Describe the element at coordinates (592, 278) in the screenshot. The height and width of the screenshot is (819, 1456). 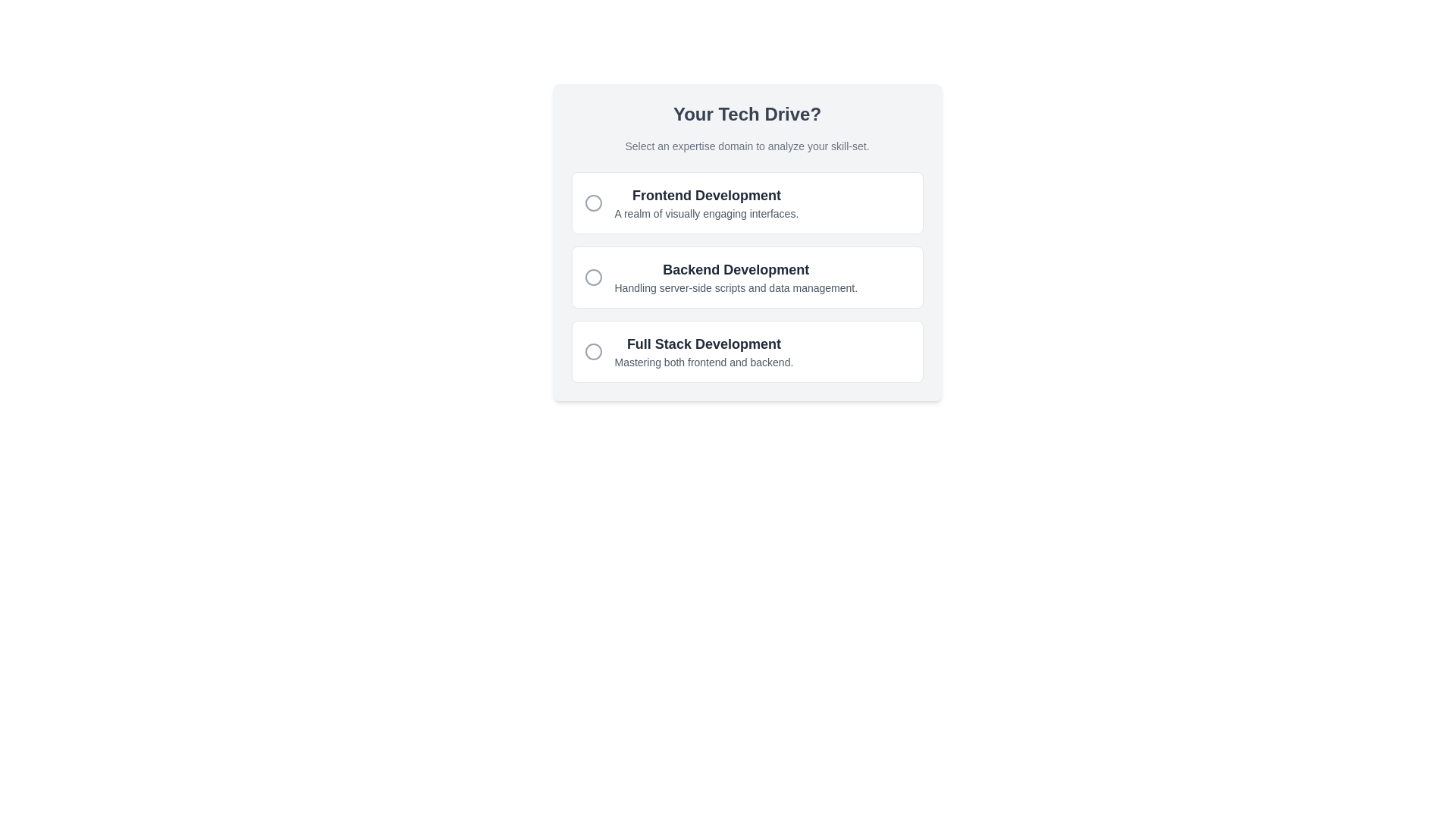
I see `the Circle icon that functions as a radio button, positioned to the left of the 'Backend Development' label` at that location.